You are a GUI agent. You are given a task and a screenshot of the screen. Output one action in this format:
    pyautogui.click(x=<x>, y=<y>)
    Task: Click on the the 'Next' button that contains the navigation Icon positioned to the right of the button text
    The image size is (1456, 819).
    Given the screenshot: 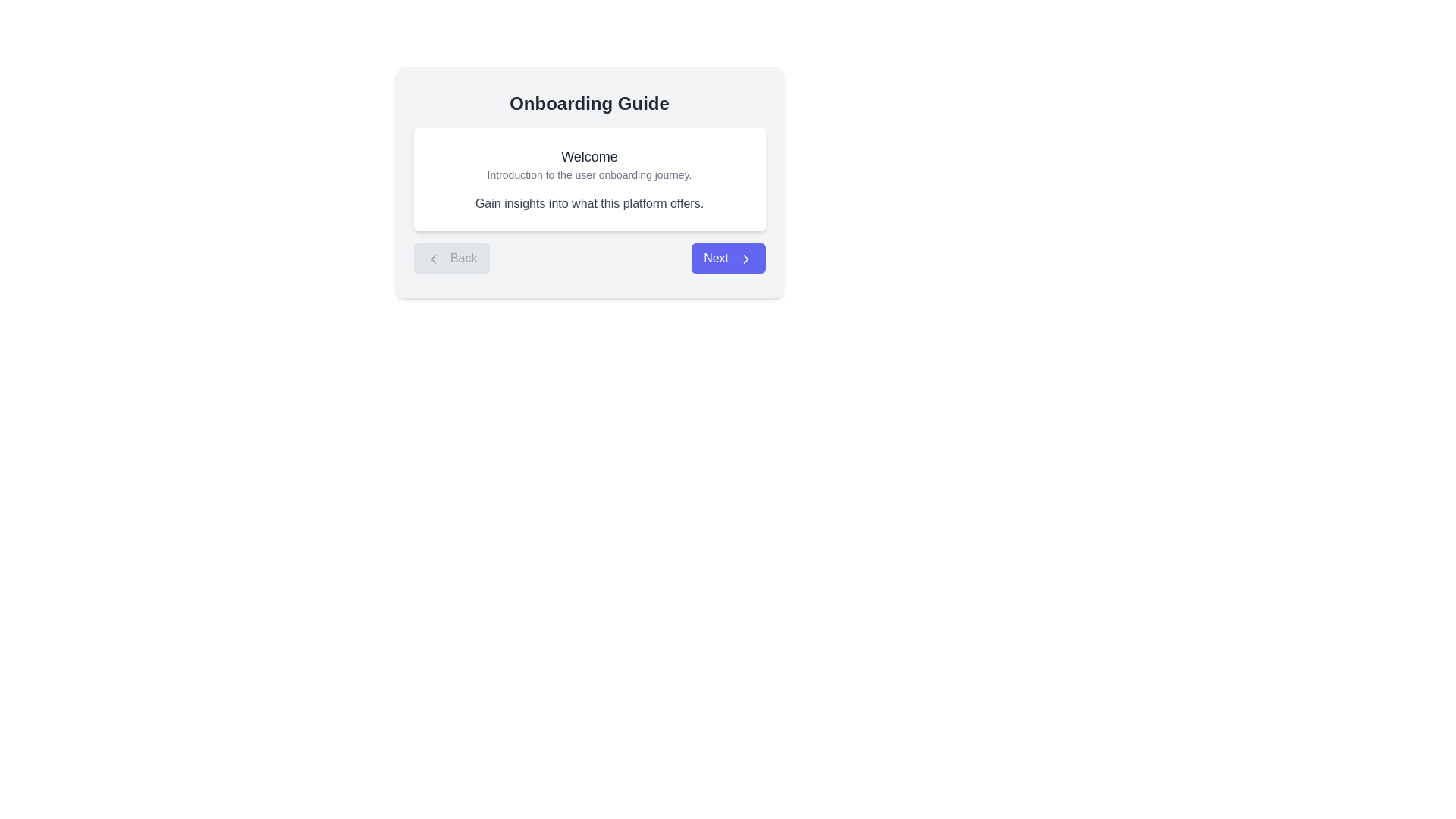 What is the action you would take?
    pyautogui.click(x=745, y=258)
    